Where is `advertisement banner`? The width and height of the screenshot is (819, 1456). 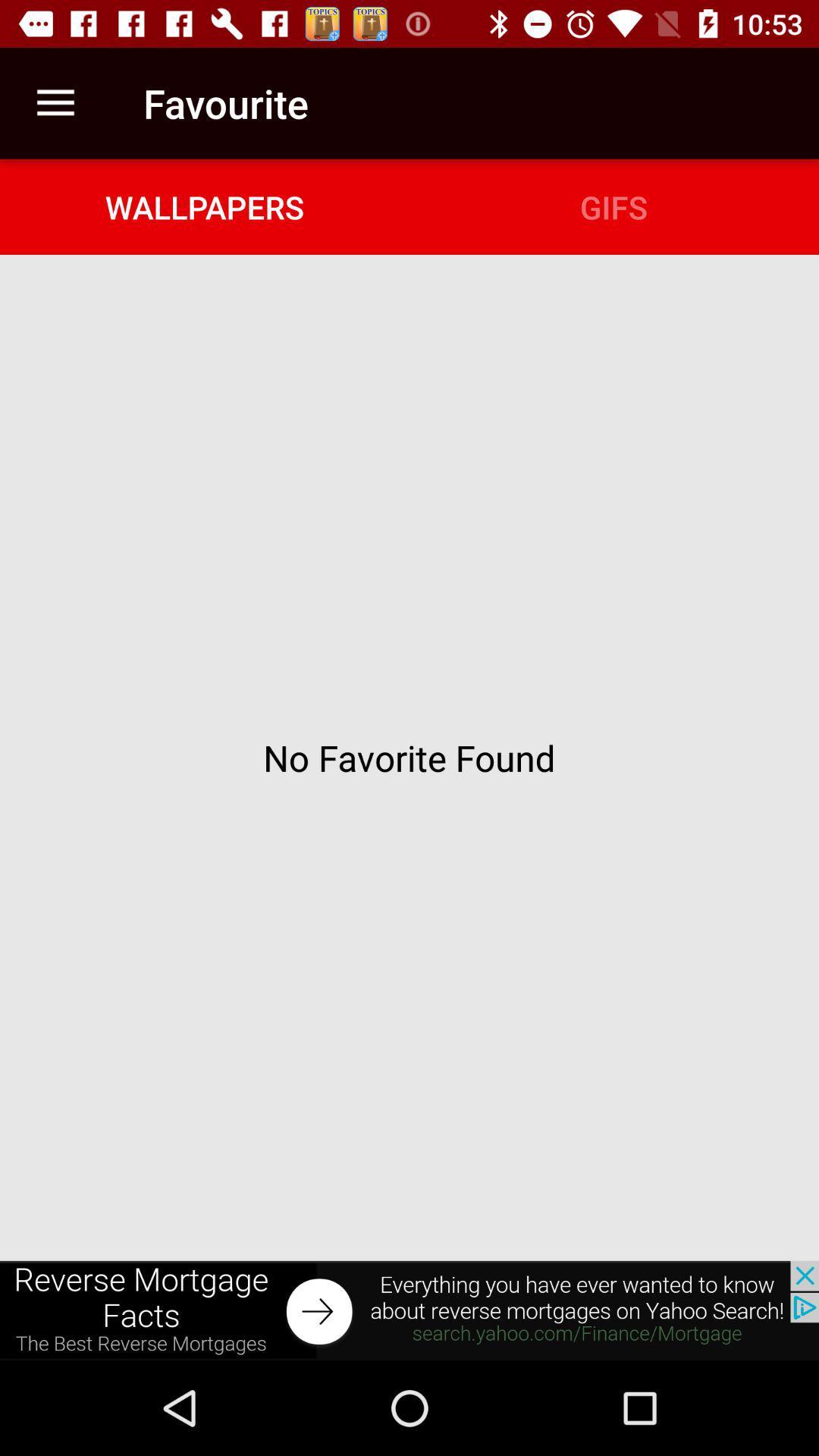 advertisement banner is located at coordinates (409, 1310).